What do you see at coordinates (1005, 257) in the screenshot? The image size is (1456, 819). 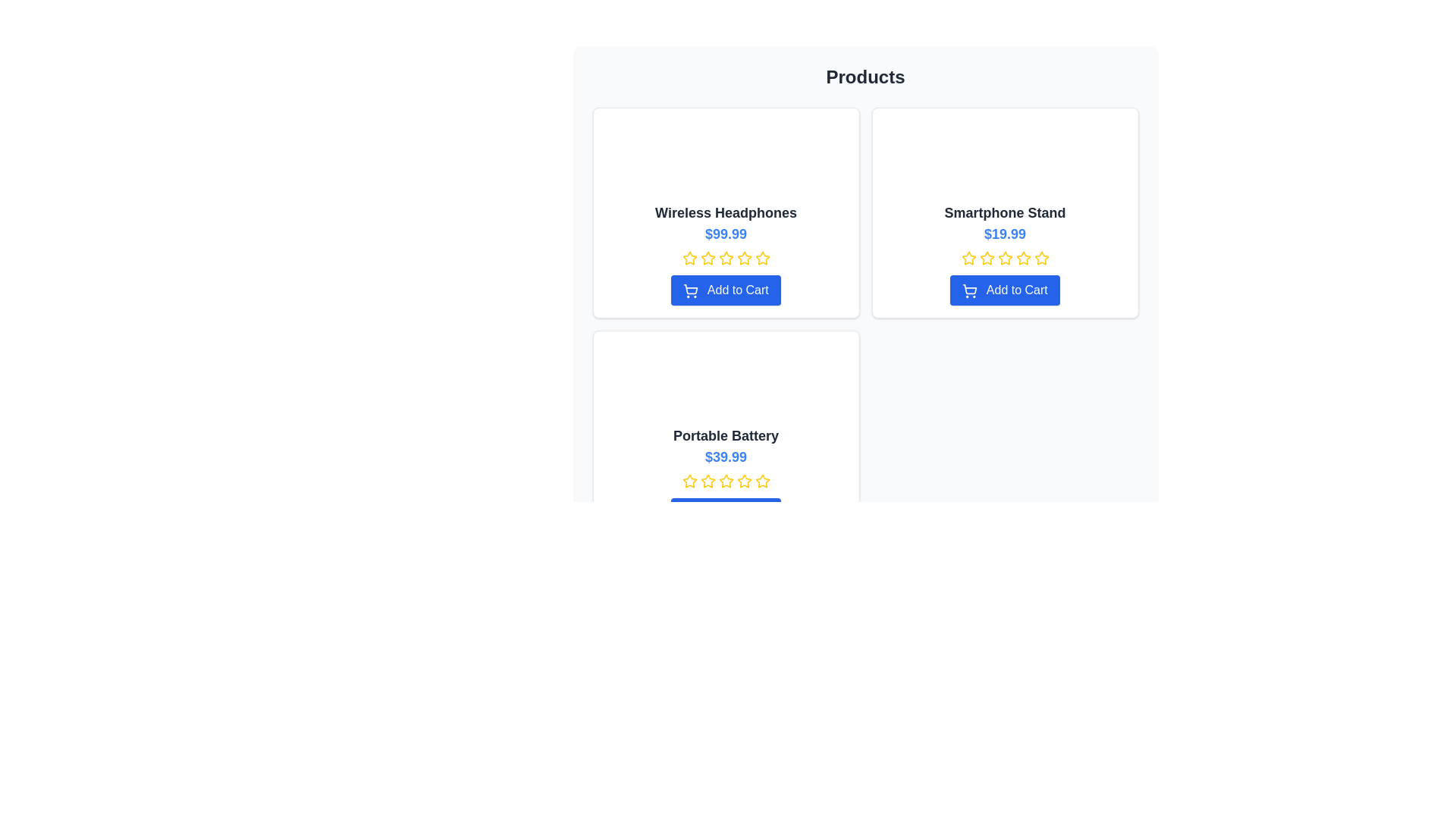 I see `the fourth yellow star icon in the rating component beneath the 'Smartphone Stand' product to rate it` at bounding box center [1005, 257].